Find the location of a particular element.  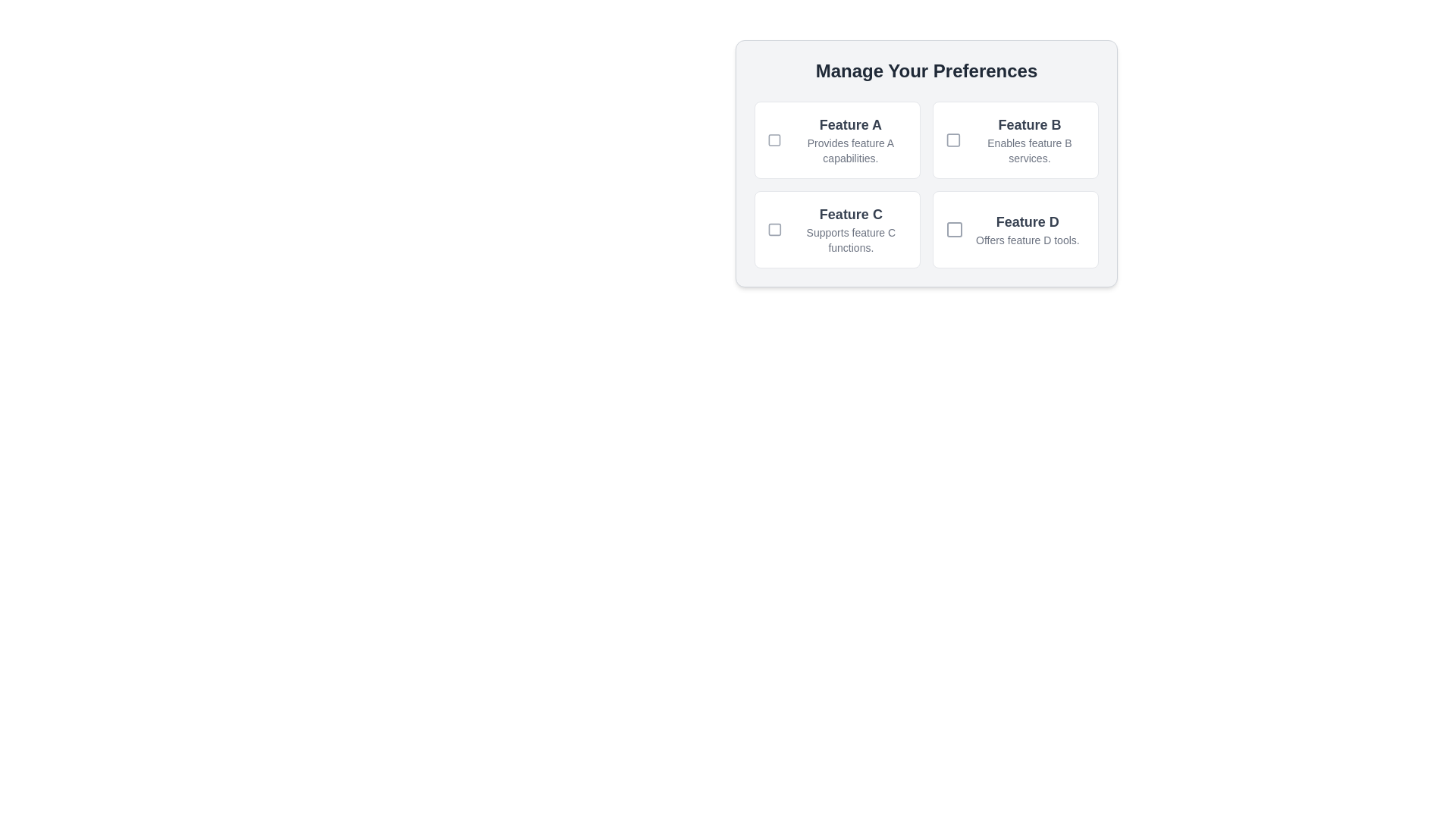

the selectable option labeled 'Feature D' is located at coordinates (1015, 230).